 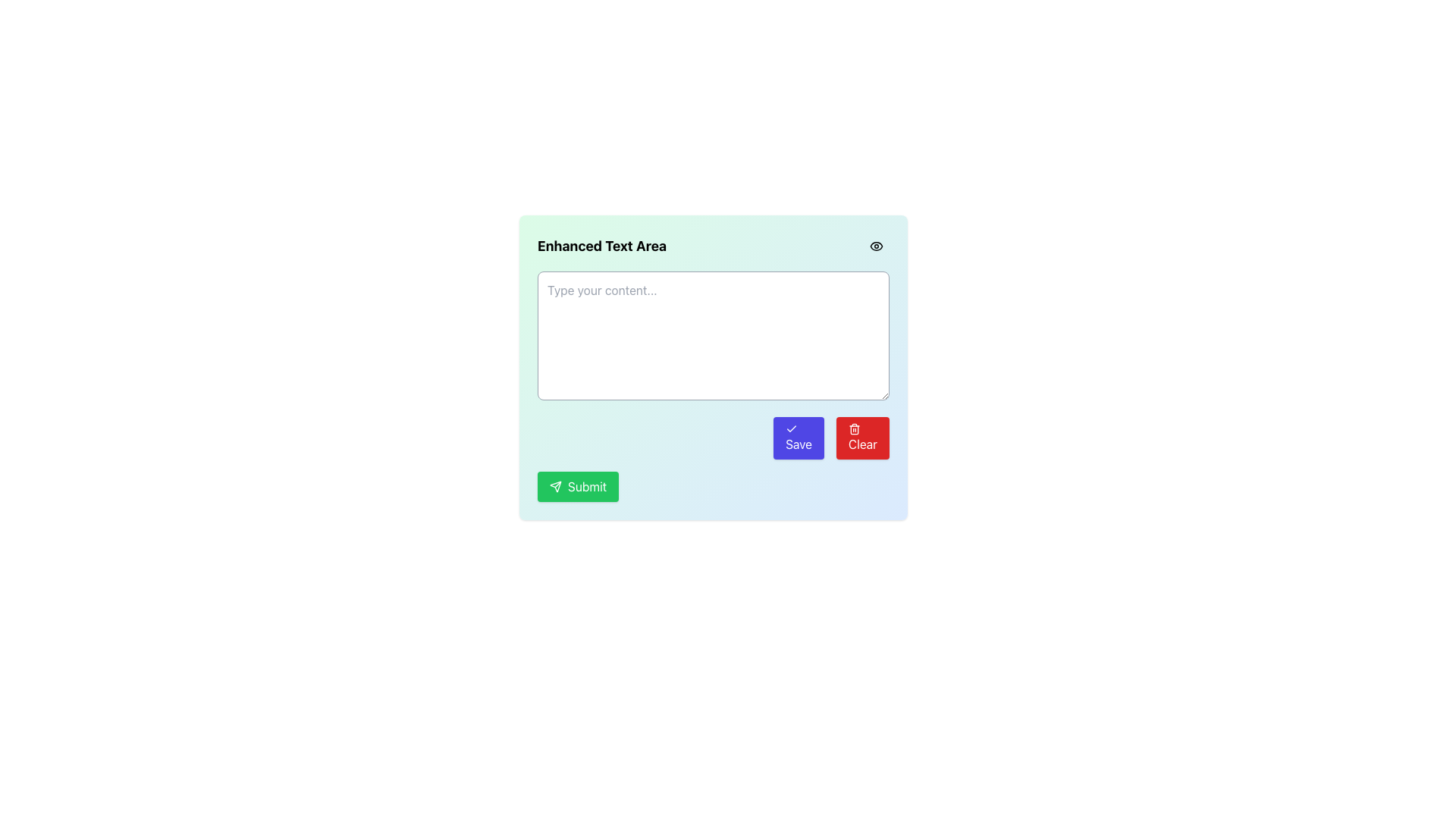 What do you see at coordinates (555, 486) in the screenshot?
I see `the submission icon located within the 'Submit' button, which is represented by a green background and is accompanied by the text 'Submit'` at bounding box center [555, 486].